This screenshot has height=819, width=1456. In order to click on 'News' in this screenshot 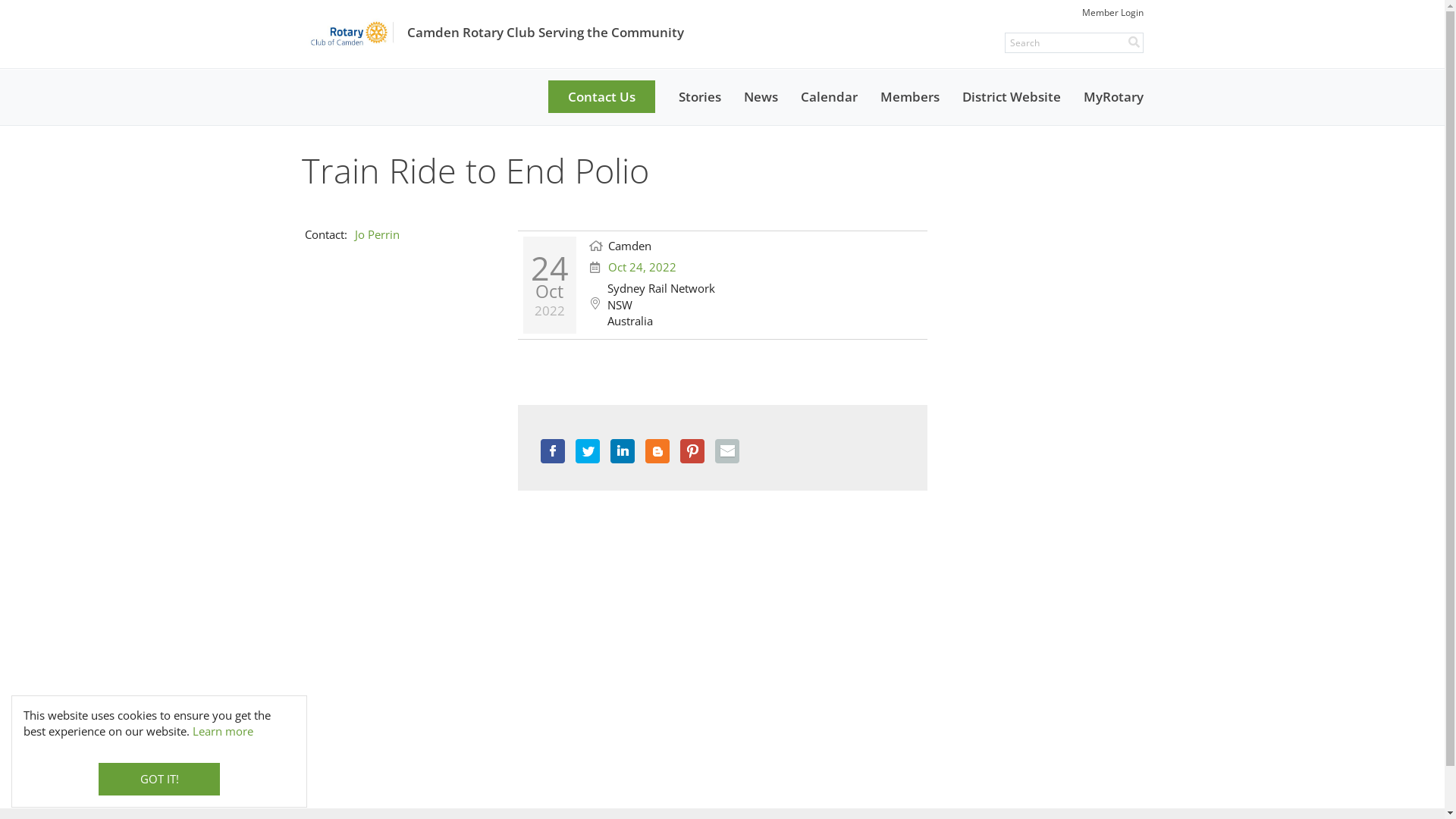, I will do `click(732, 96)`.